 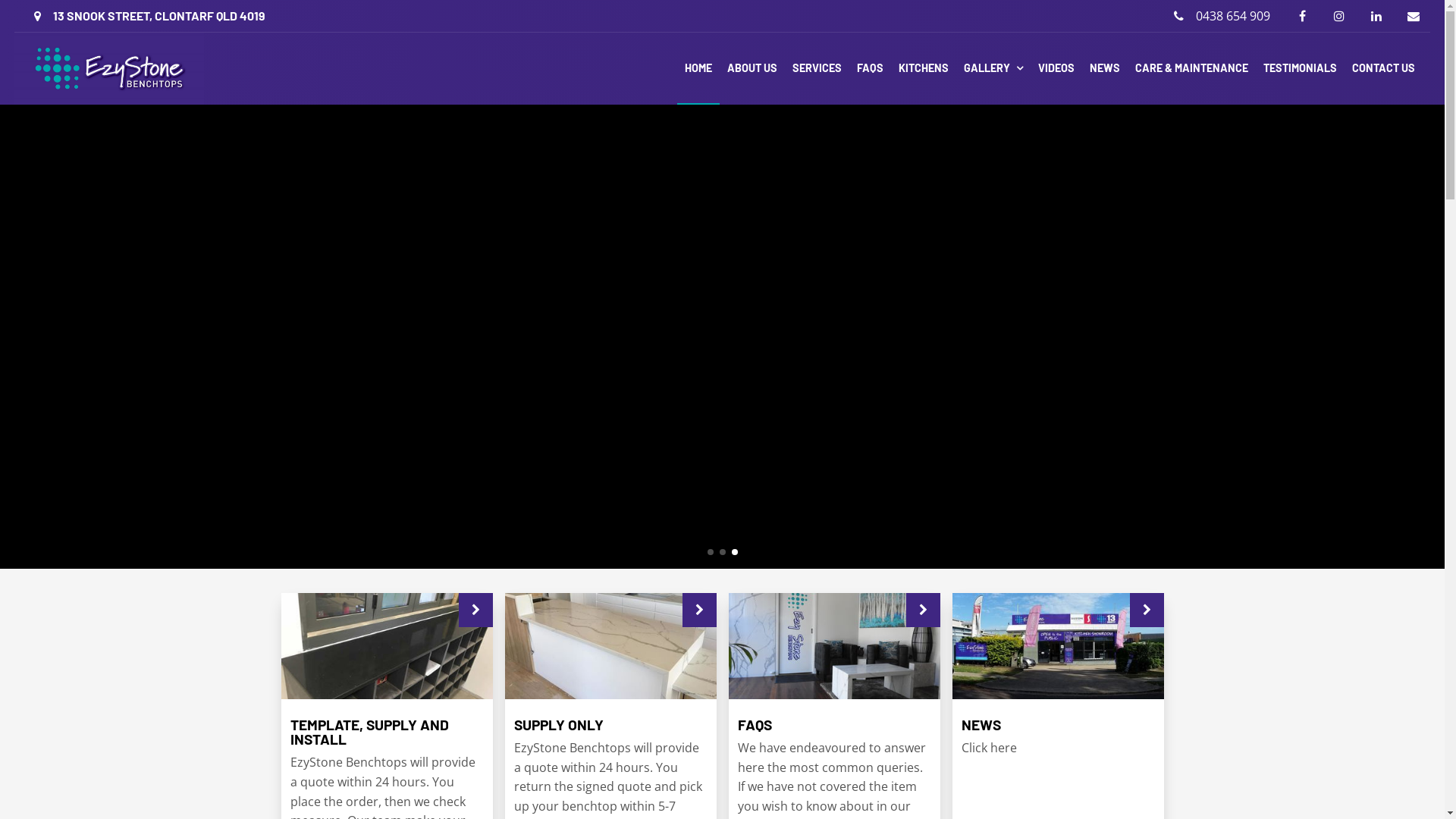 What do you see at coordinates (1383, 68) in the screenshot?
I see `'CONTACT US'` at bounding box center [1383, 68].